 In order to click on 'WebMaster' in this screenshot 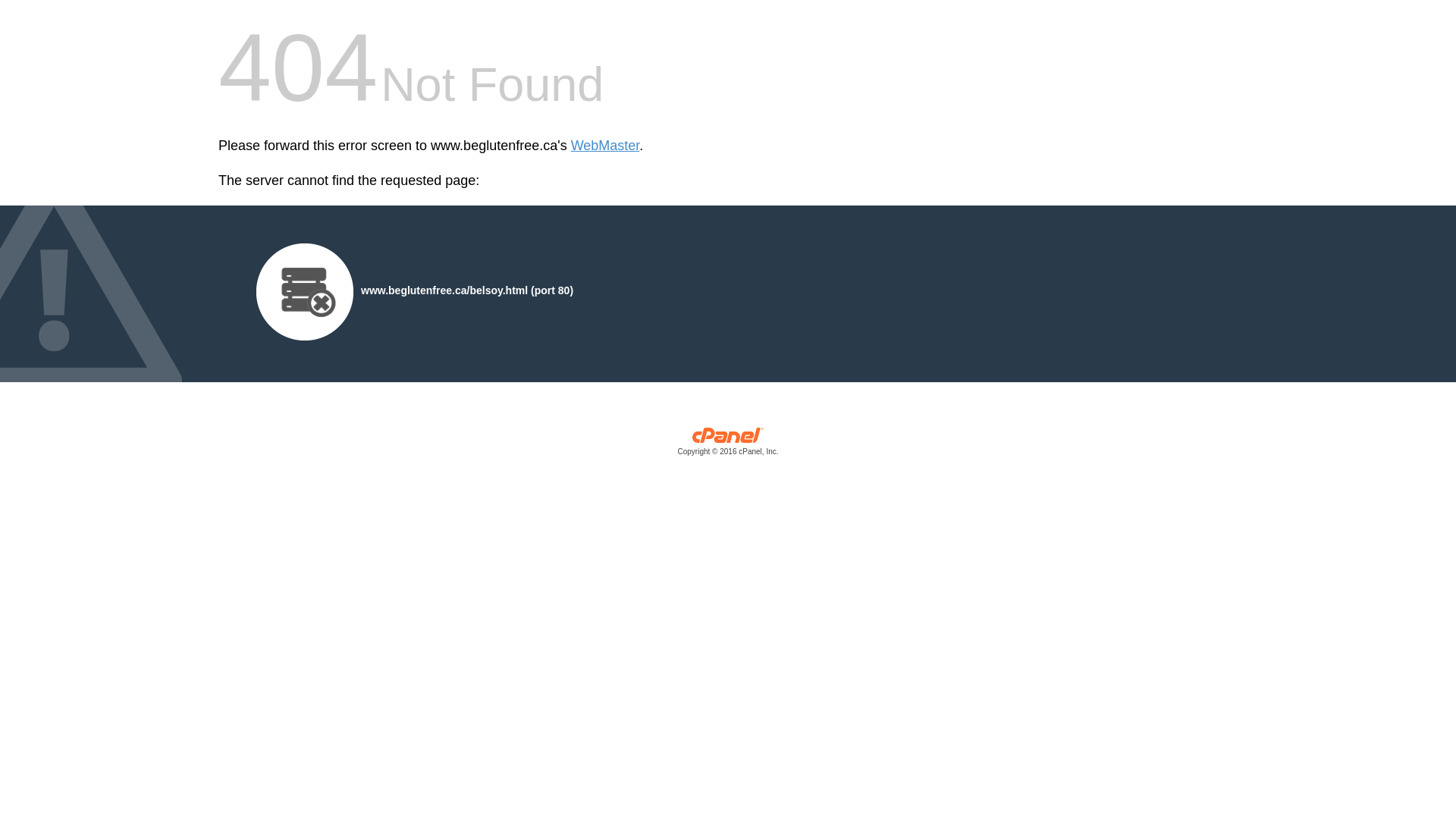, I will do `click(604, 146)`.